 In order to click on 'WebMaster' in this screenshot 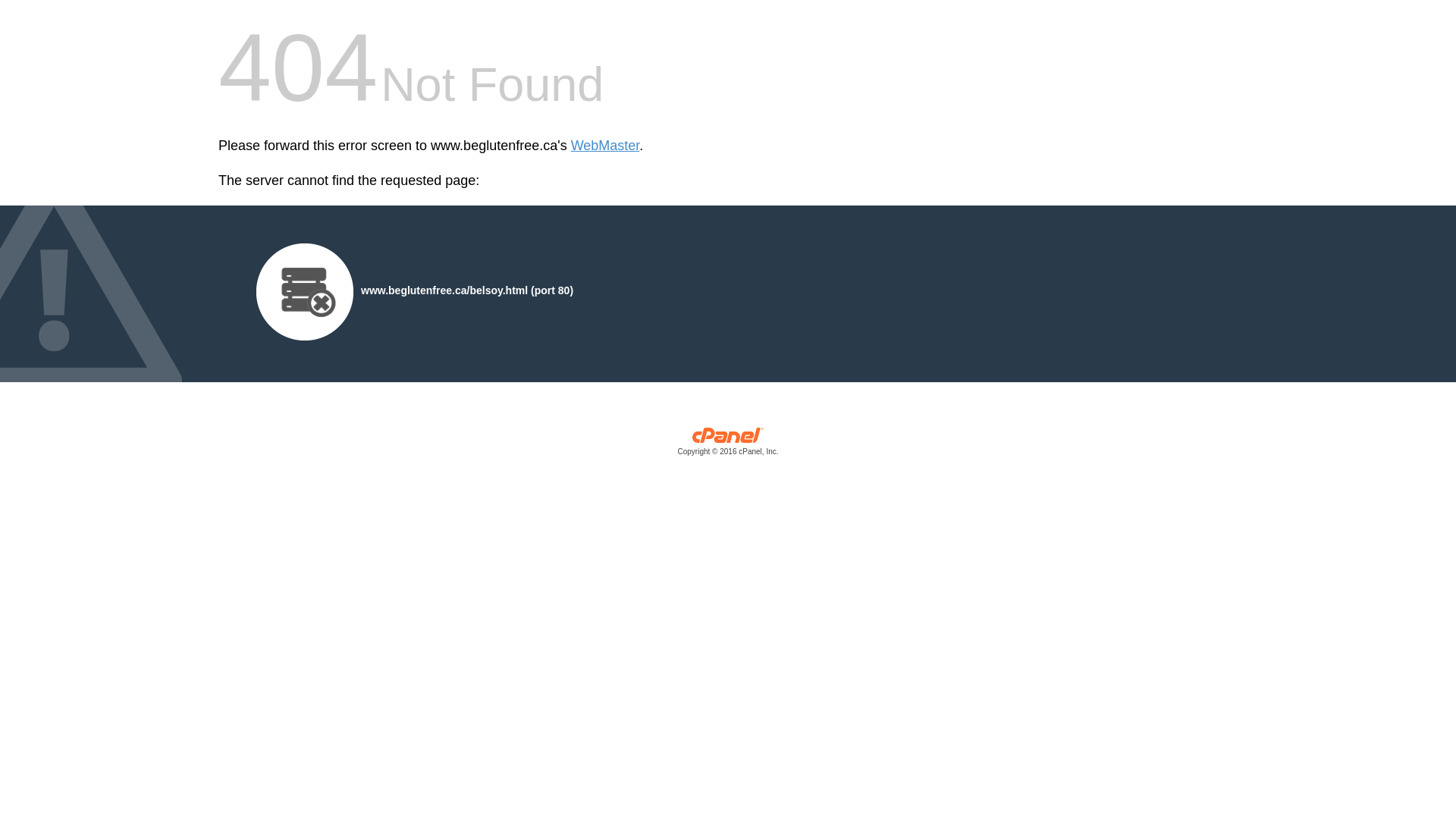, I will do `click(604, 146)`.